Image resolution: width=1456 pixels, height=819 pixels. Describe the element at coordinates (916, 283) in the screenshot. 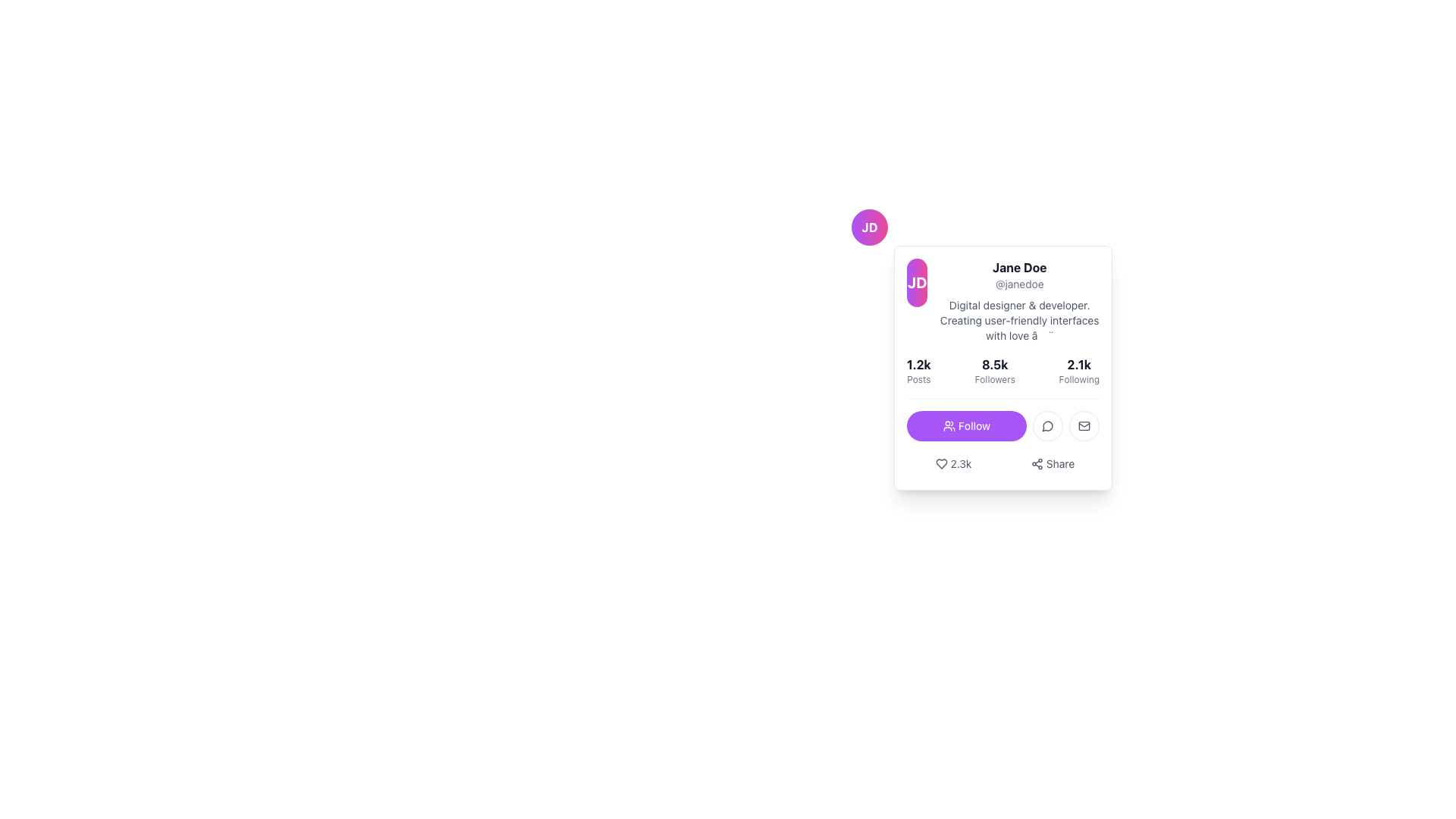

I see `the circular avatar badge featuring a purple-to-pink gradient background with the initials 'JD' in white, bold text` at that location.